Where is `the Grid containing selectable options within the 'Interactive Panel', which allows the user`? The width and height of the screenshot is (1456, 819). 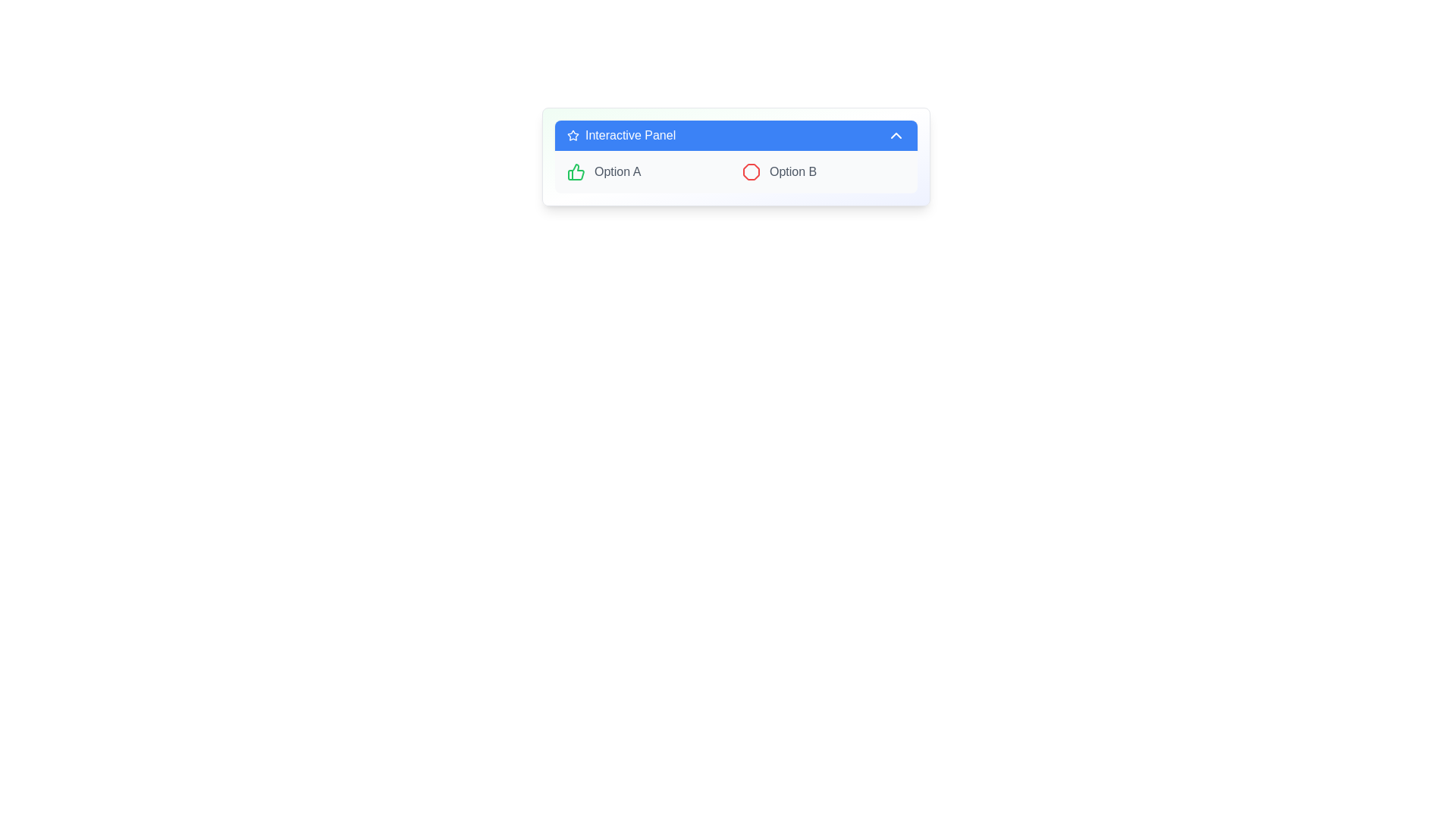
the Grid containing selectable options within the 'Interactive Panel', which allows the user is located at coordinates (736, 171).